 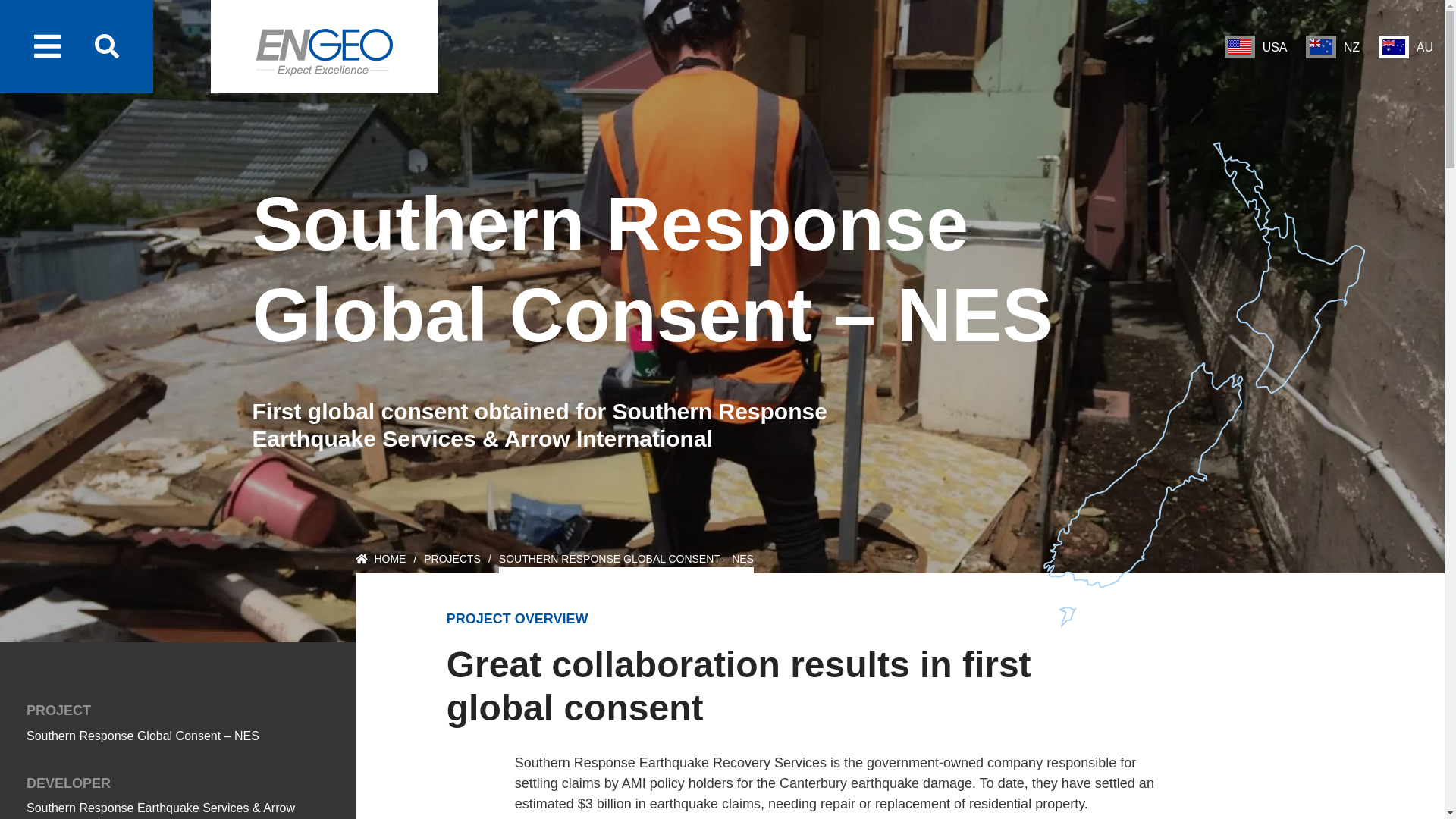 What do you see at coordinates (1256, 45) in the screenshot?
I see `'USA'` at bounding box center [1256, 45].